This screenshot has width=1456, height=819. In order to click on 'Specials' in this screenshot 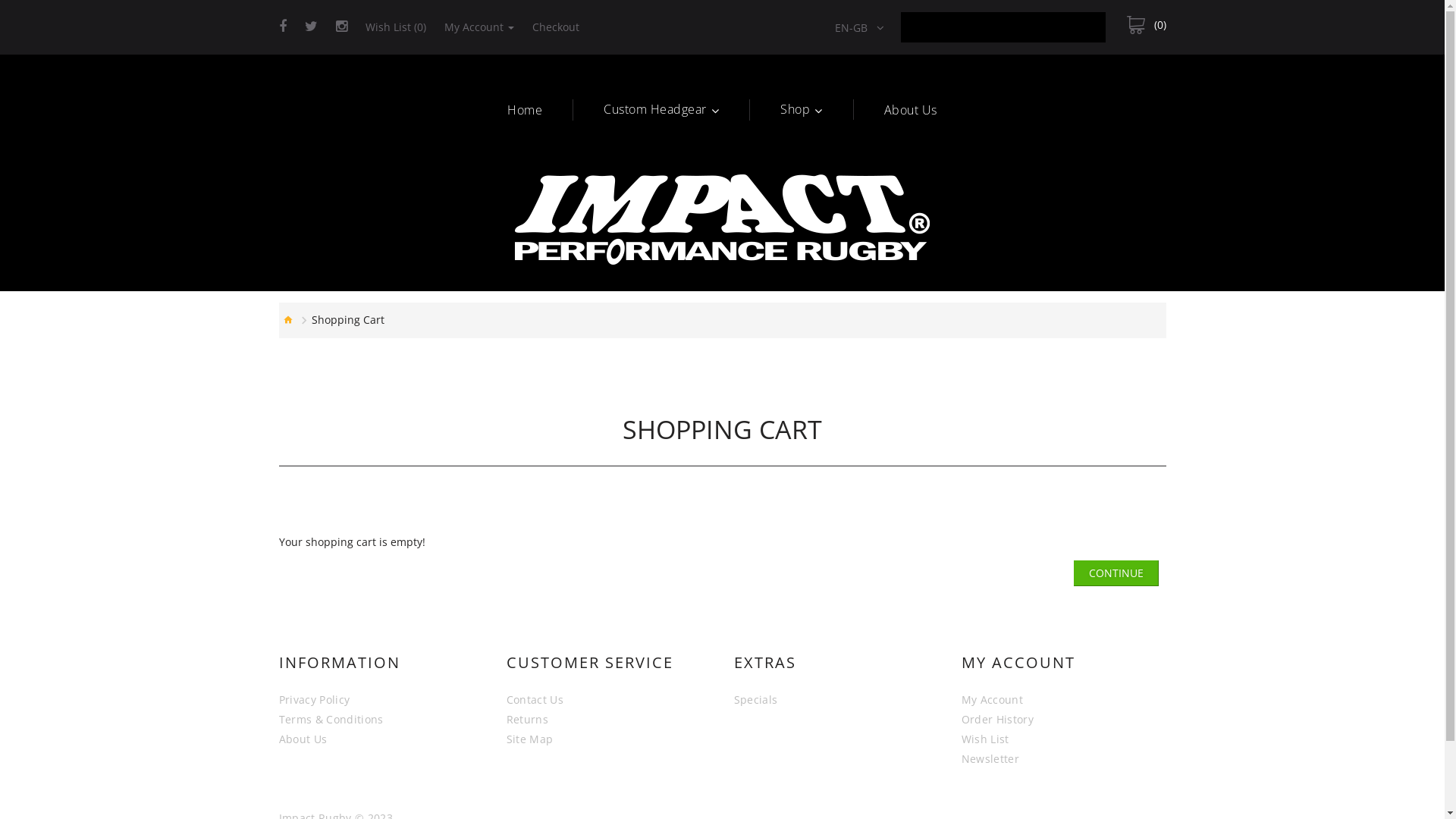, I will do `click(756, 699)`.